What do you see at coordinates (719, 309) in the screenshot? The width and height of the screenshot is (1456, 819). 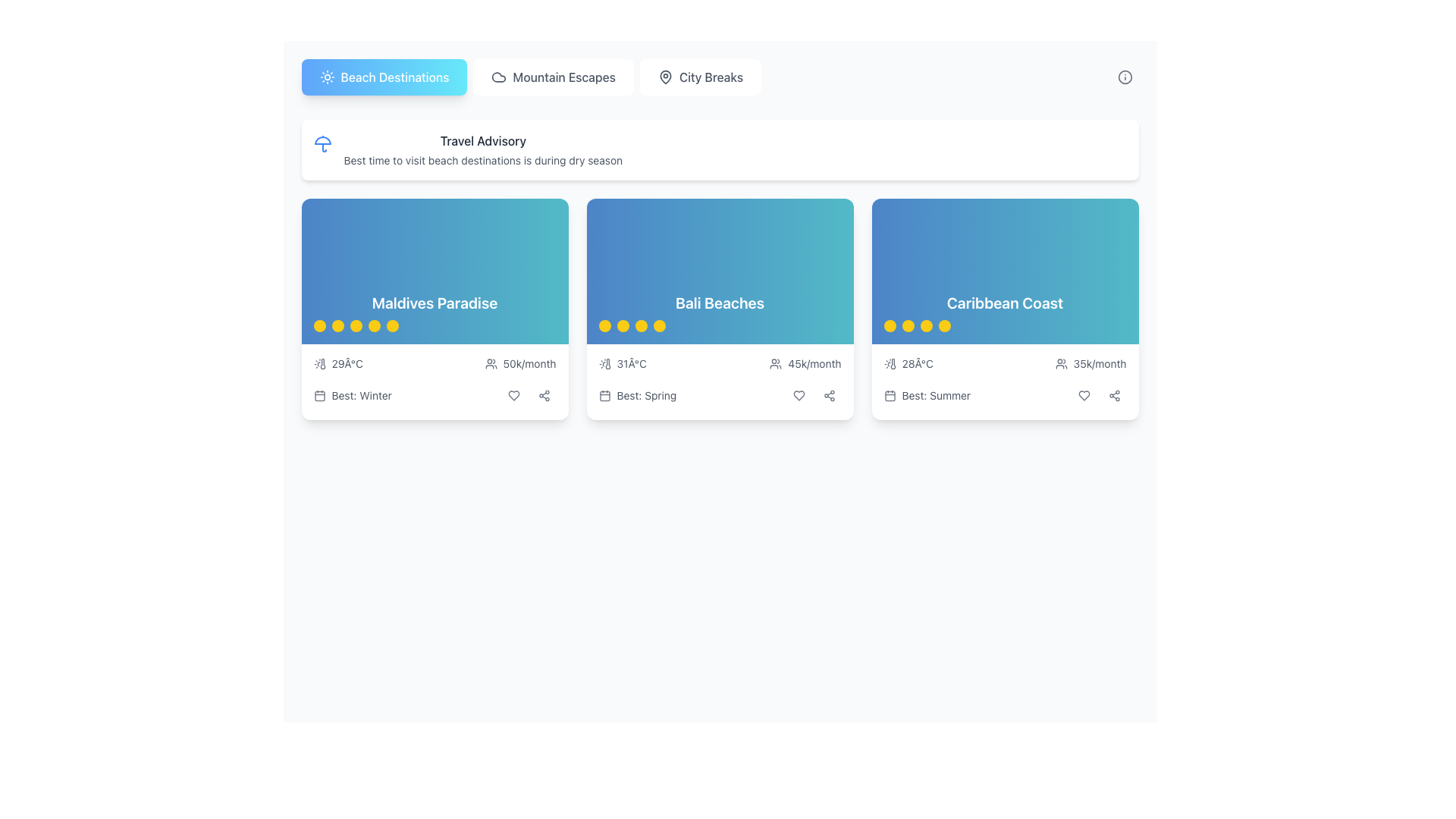 I see `the travel destination card that provides details about temperature, price, and the best visiting season, which is the second card in the row of three cards` at bounding box center [719, 309].